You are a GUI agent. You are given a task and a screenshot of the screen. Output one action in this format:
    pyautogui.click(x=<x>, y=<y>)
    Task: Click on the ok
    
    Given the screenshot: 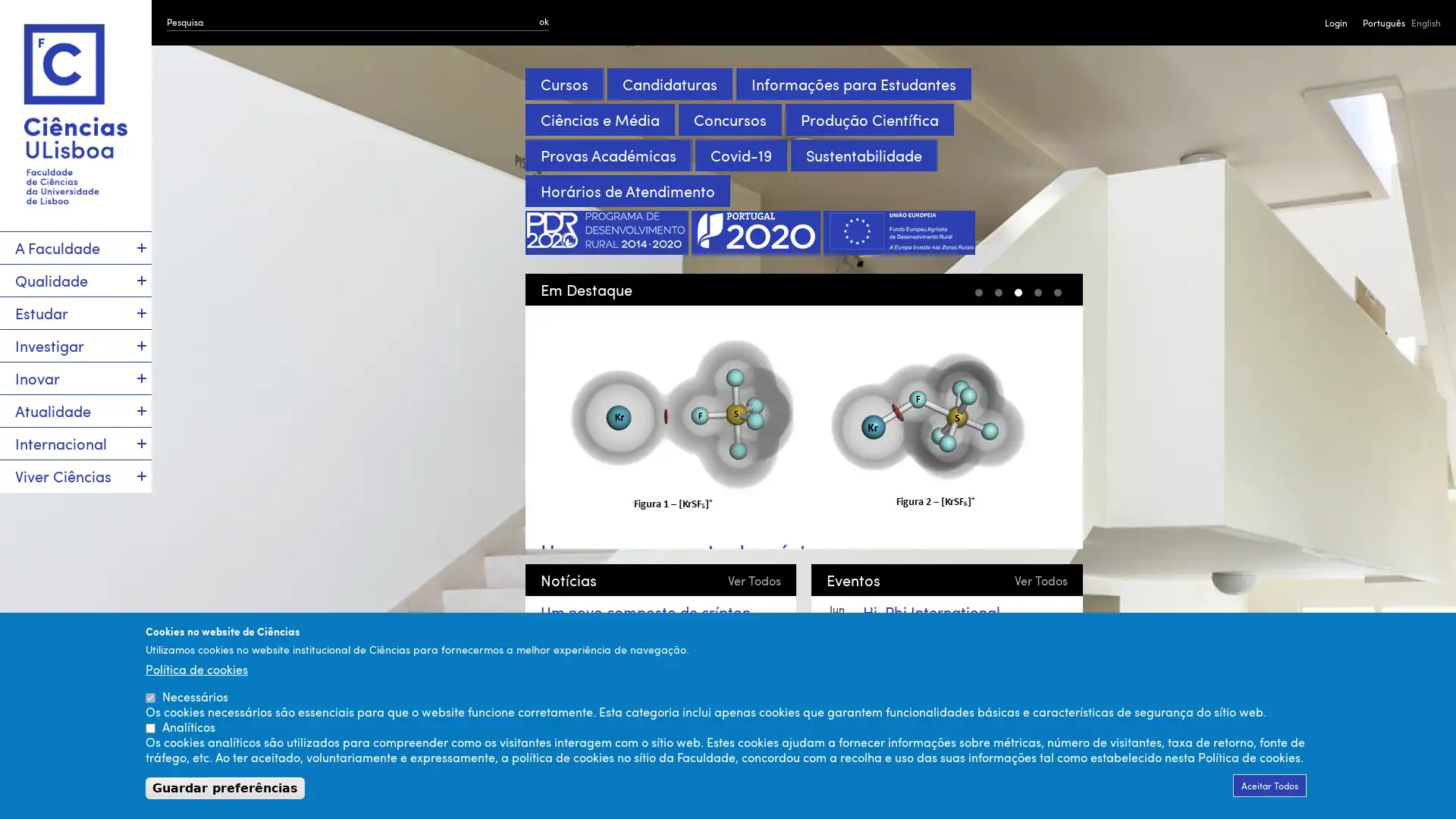 What is the action you would take?
    pyautogui.click(x=544, y=20)
    